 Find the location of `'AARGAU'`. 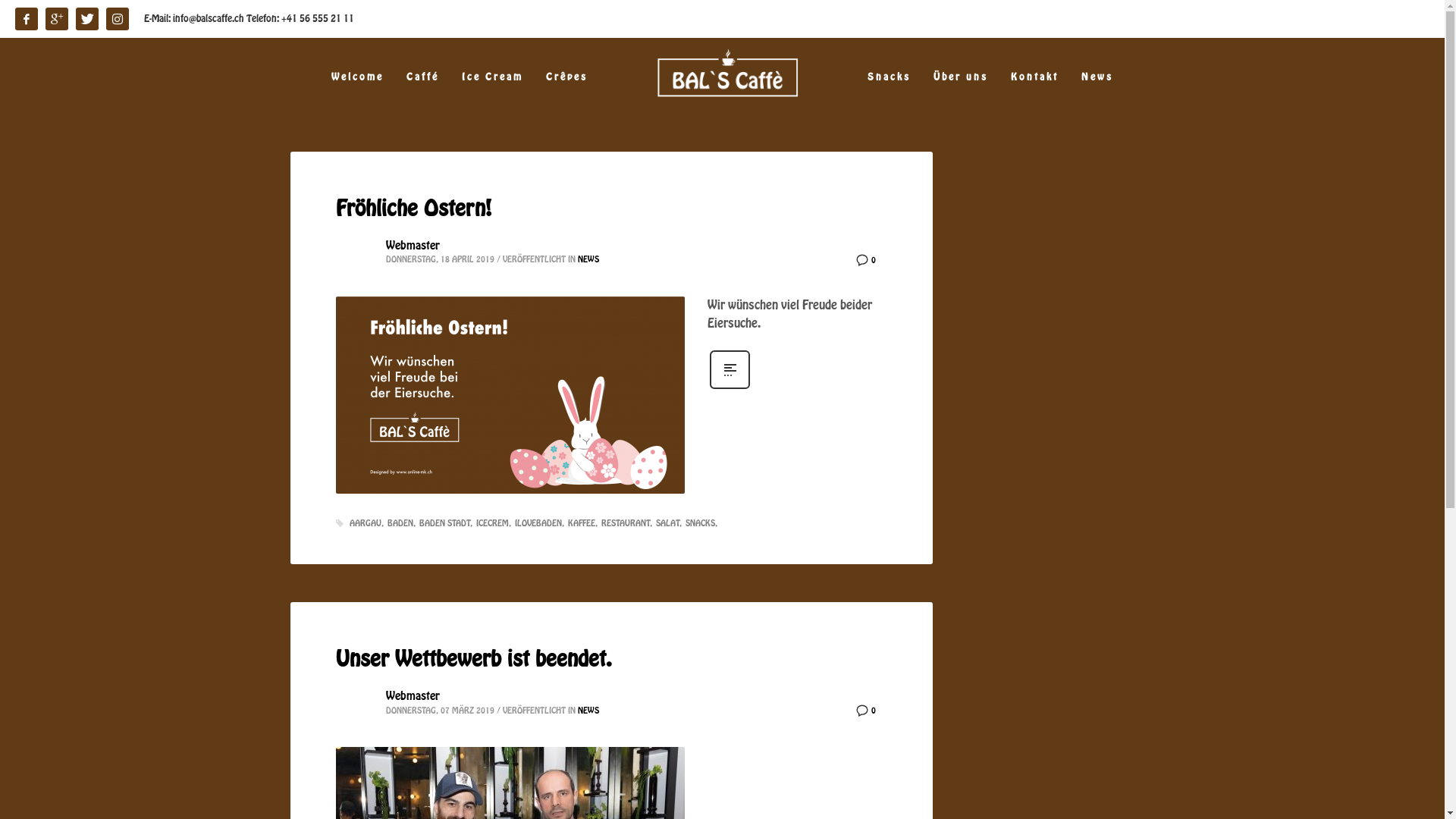

'AARGAU' is located at coordinates (348, 522).